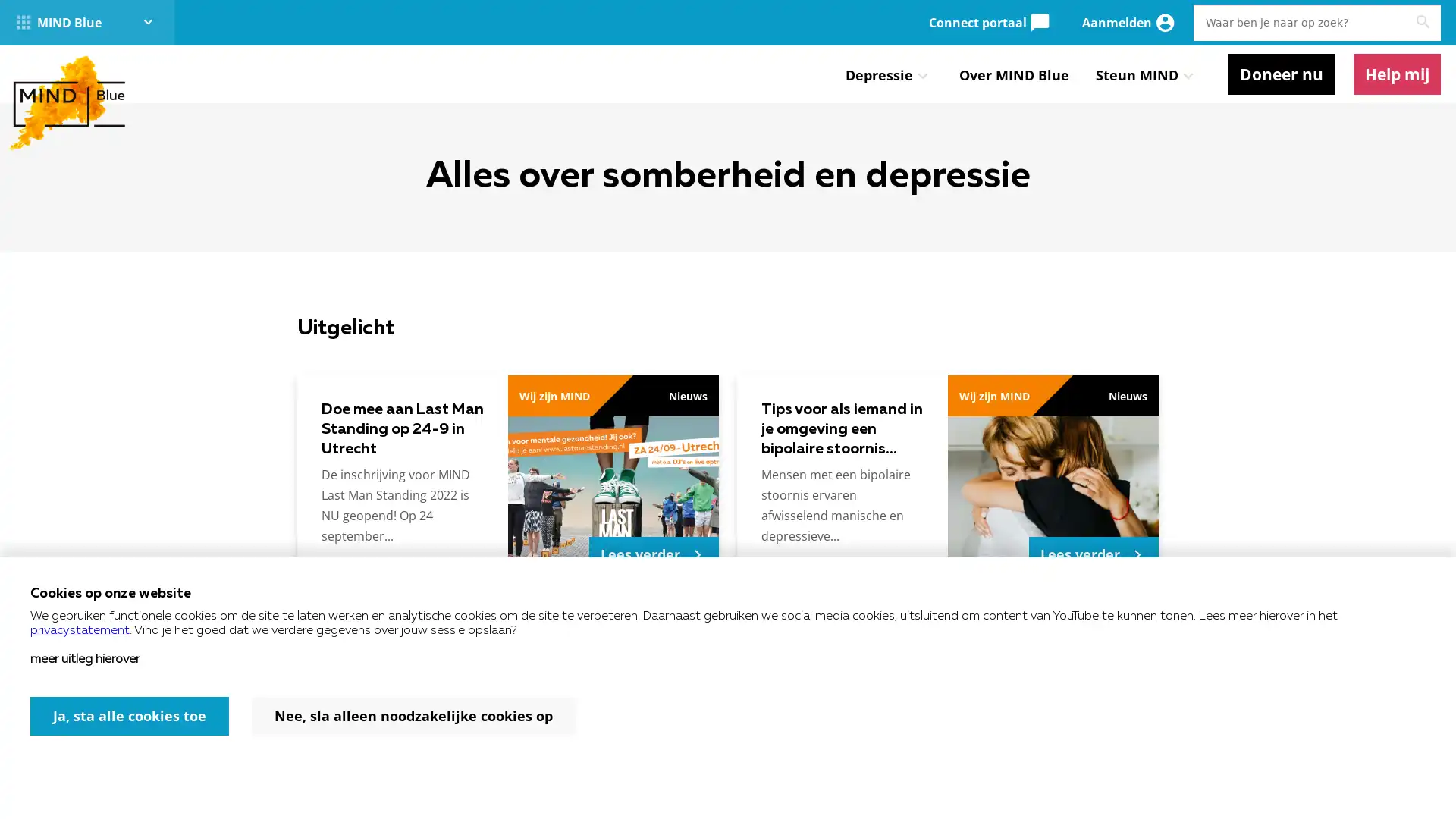 This screenshot has height=819, width=1456. I want to click on Ja, sta alle cookies toe, so click(130, 716).